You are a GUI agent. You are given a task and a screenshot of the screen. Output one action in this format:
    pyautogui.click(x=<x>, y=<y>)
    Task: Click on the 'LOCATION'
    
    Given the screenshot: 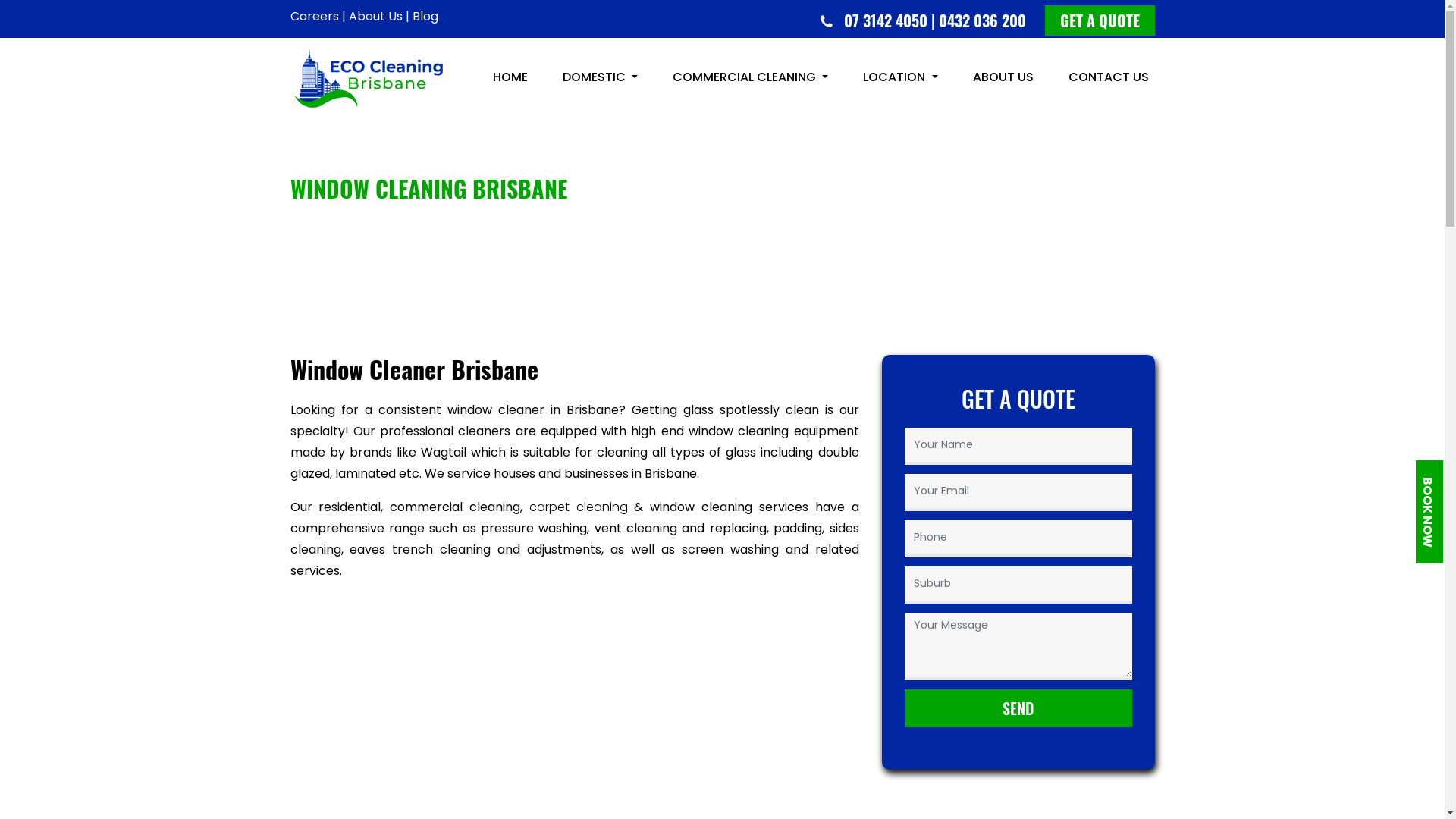 What is the action you would take?
    pyautogui.click(x=899, y=77)
    